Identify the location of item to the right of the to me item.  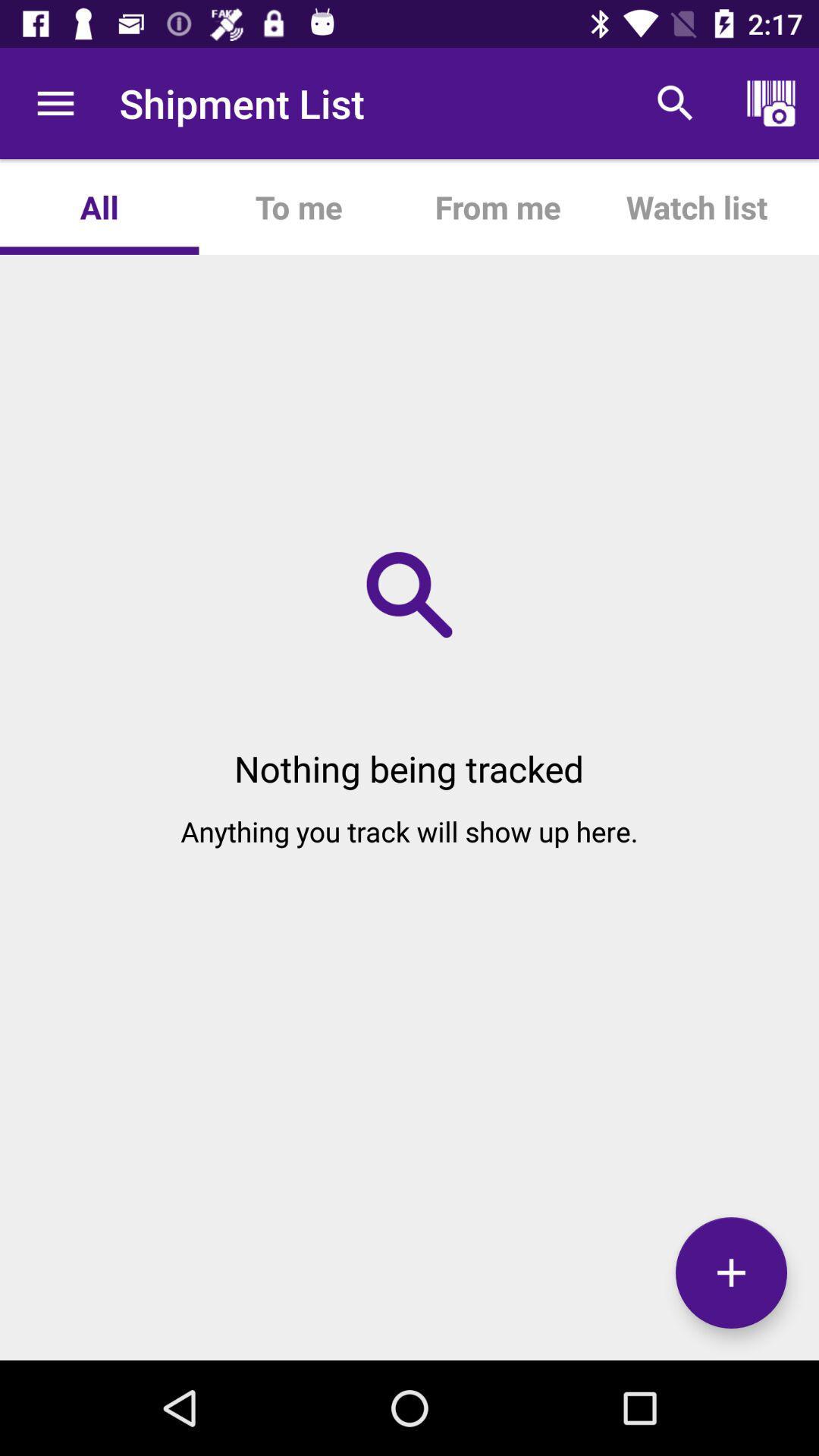
(497, 206).